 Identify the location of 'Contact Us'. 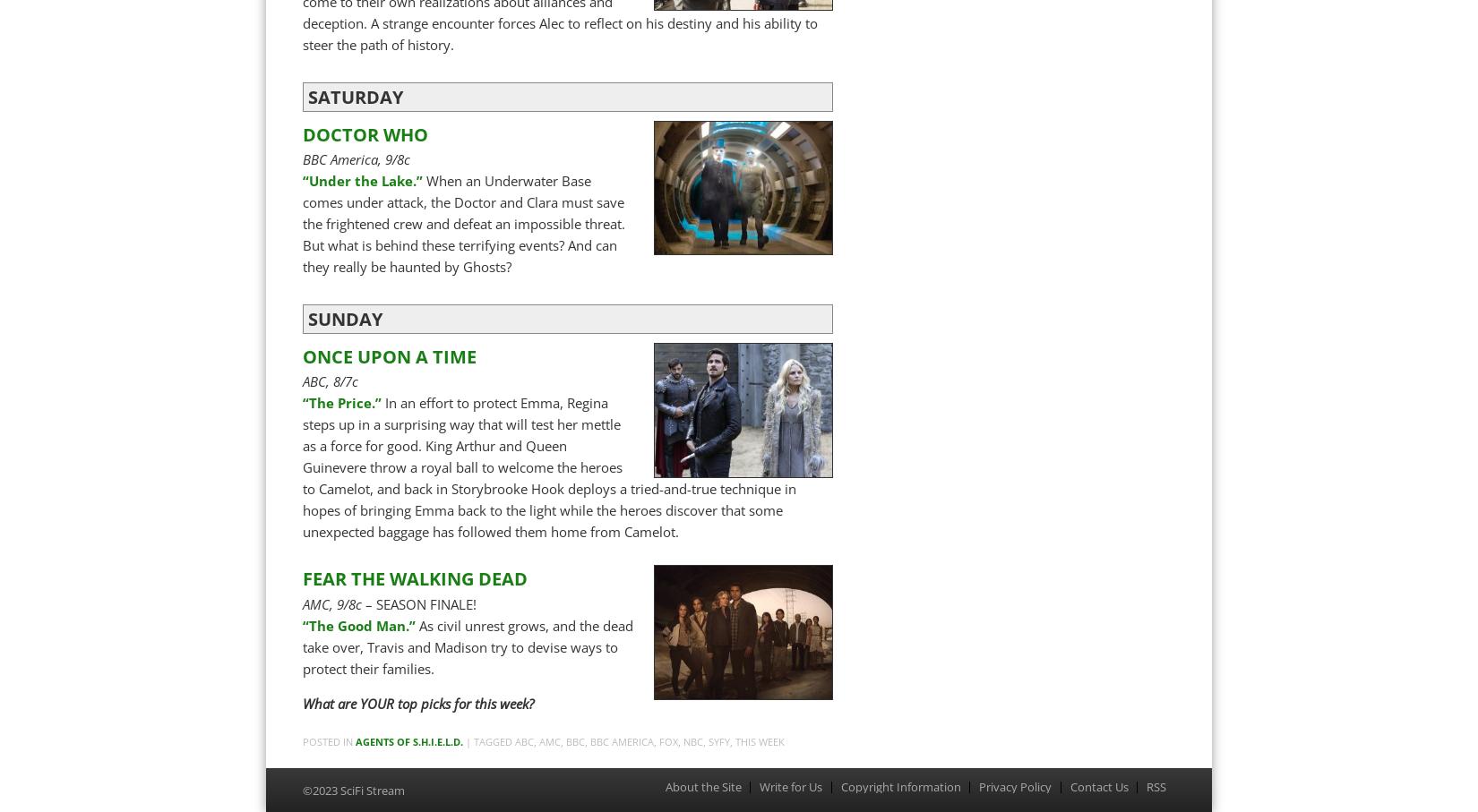
(1098, 785).